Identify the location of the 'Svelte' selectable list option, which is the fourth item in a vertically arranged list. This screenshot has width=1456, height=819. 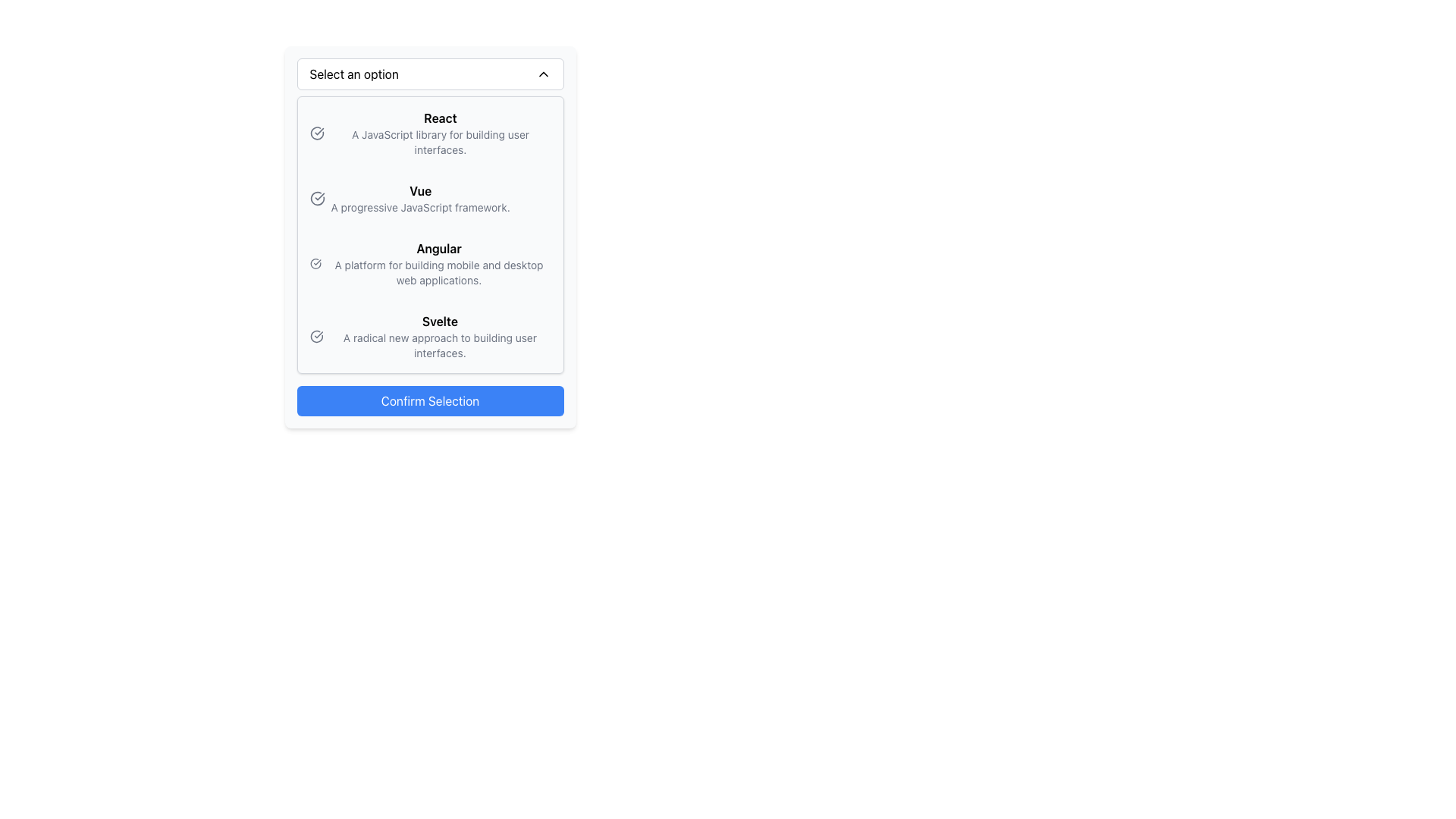
(429, 335).